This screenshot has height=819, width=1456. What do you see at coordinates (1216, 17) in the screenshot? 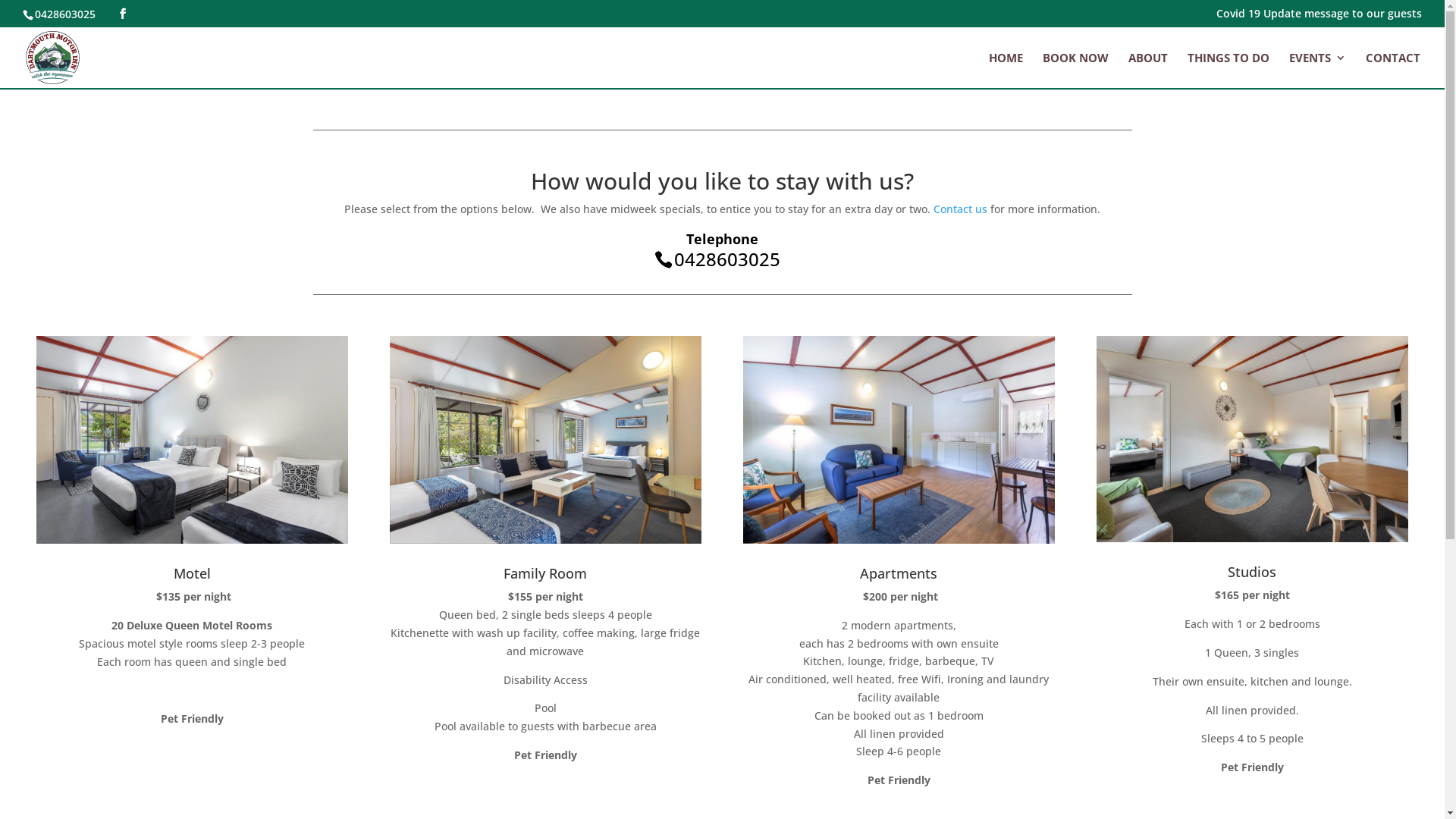
I see `'Covid 19 Update message to our guests'` at bounding box center [1216, 17].